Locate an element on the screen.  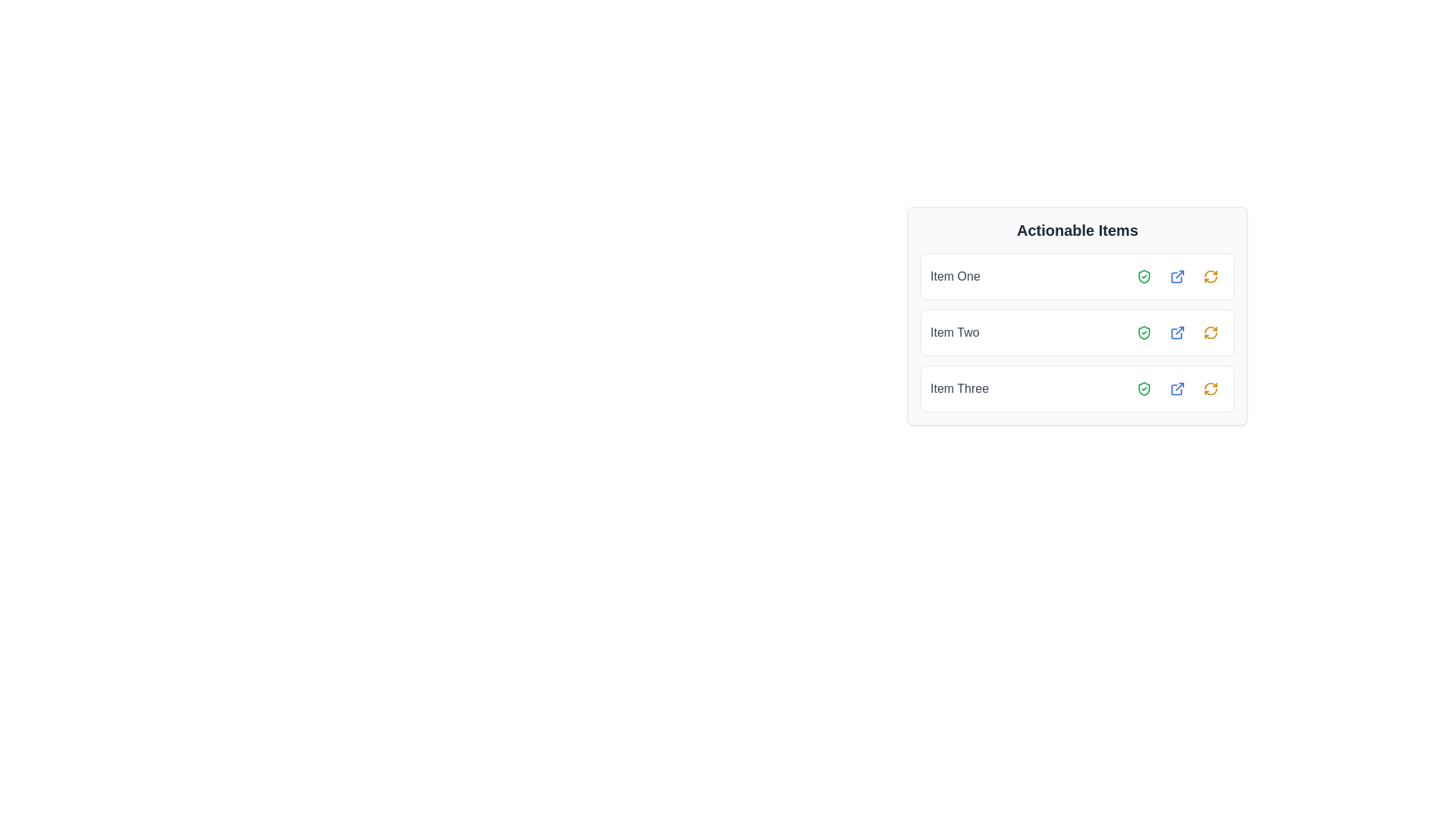
the main body of the shield icon, which has a green border and a red fill, located next to 'Item Two' in the vertical list of actionable items is located at coordinates (1144, 332).